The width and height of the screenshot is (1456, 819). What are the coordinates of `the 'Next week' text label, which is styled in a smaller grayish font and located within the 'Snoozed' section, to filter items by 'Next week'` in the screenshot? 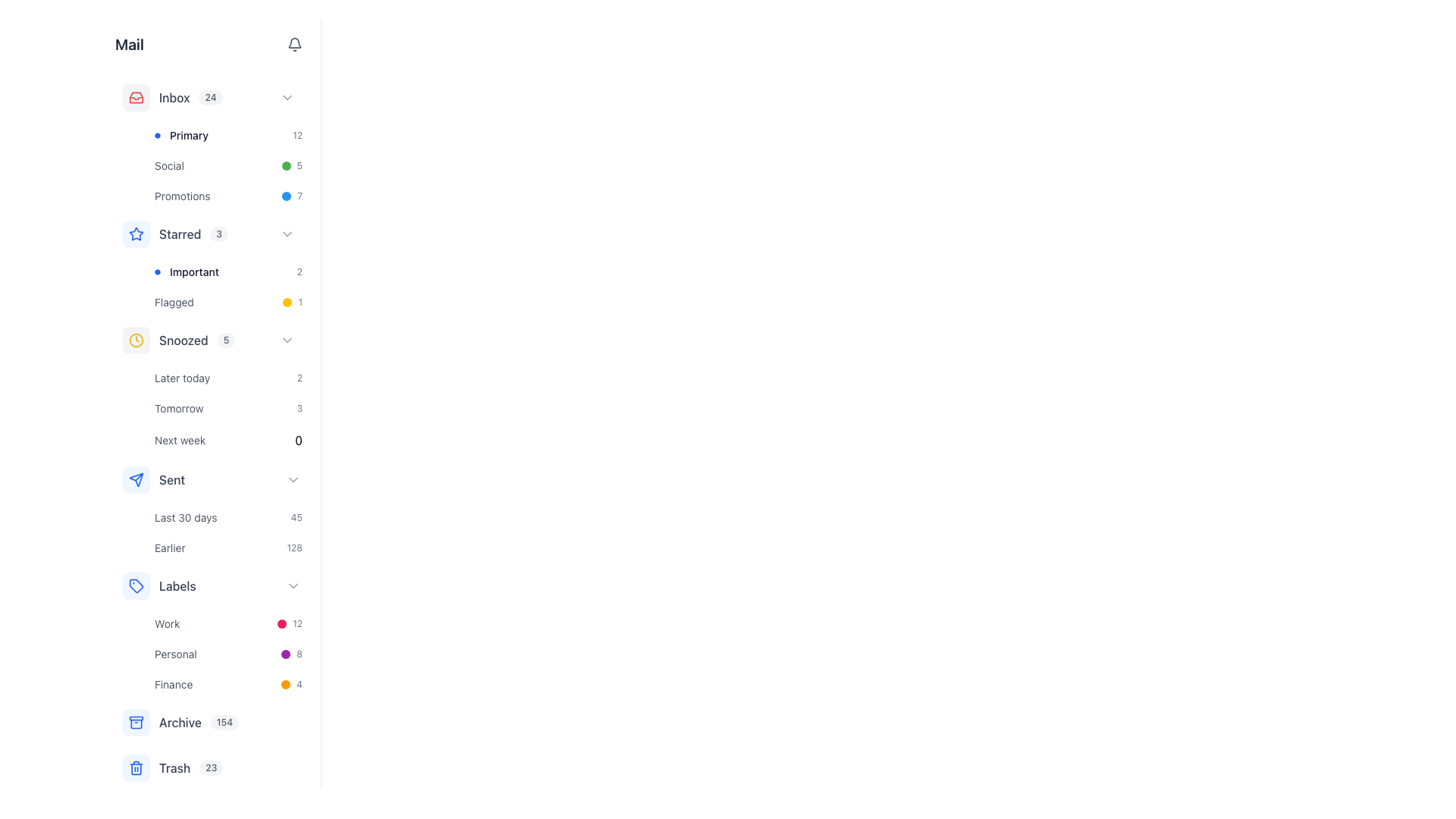 It's located at (180, 441).